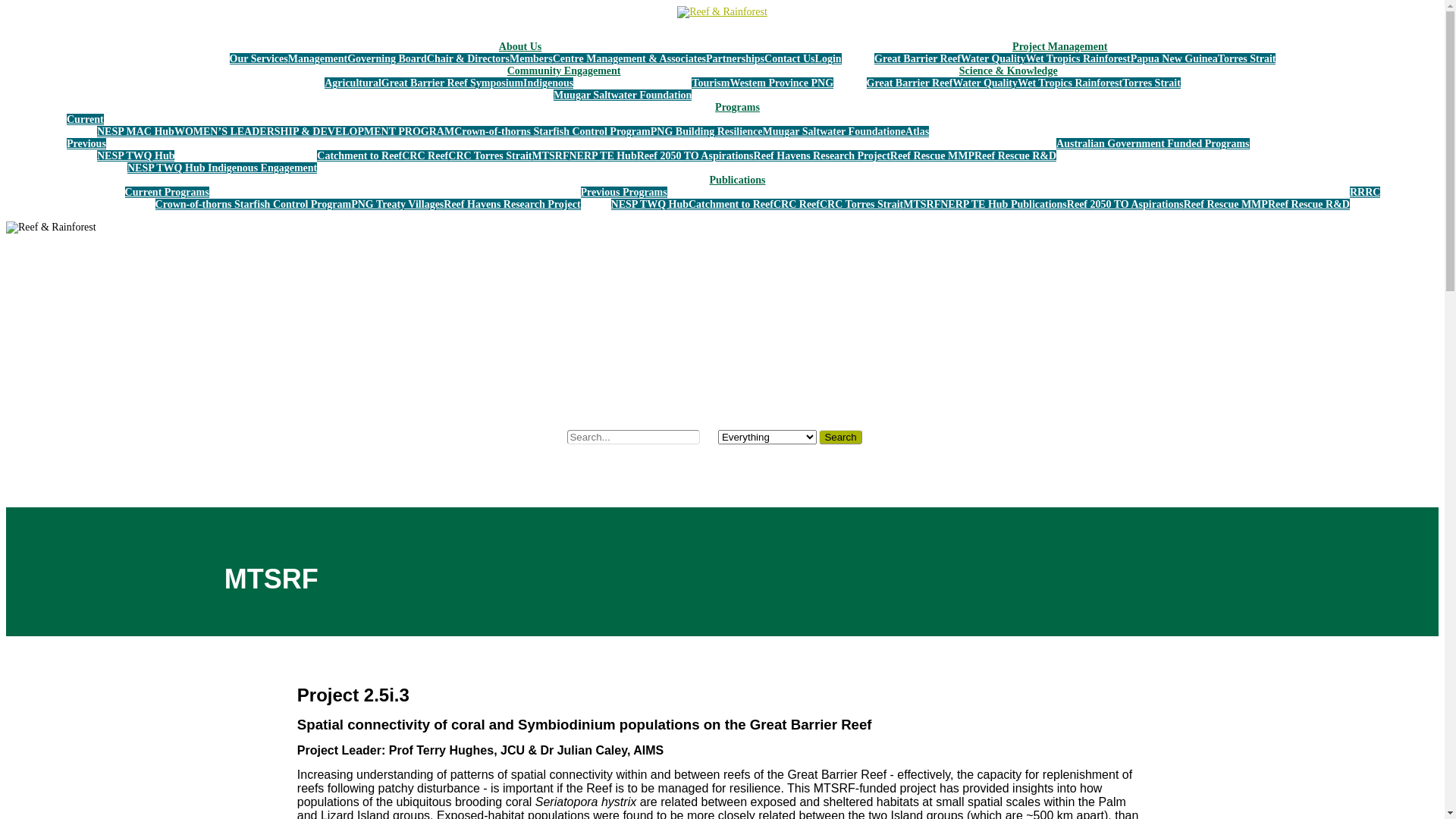  What do you see at coordinates (1350, 191) in the screenshot?
I see `'RRRC'` at bounding box center [1350, 191].